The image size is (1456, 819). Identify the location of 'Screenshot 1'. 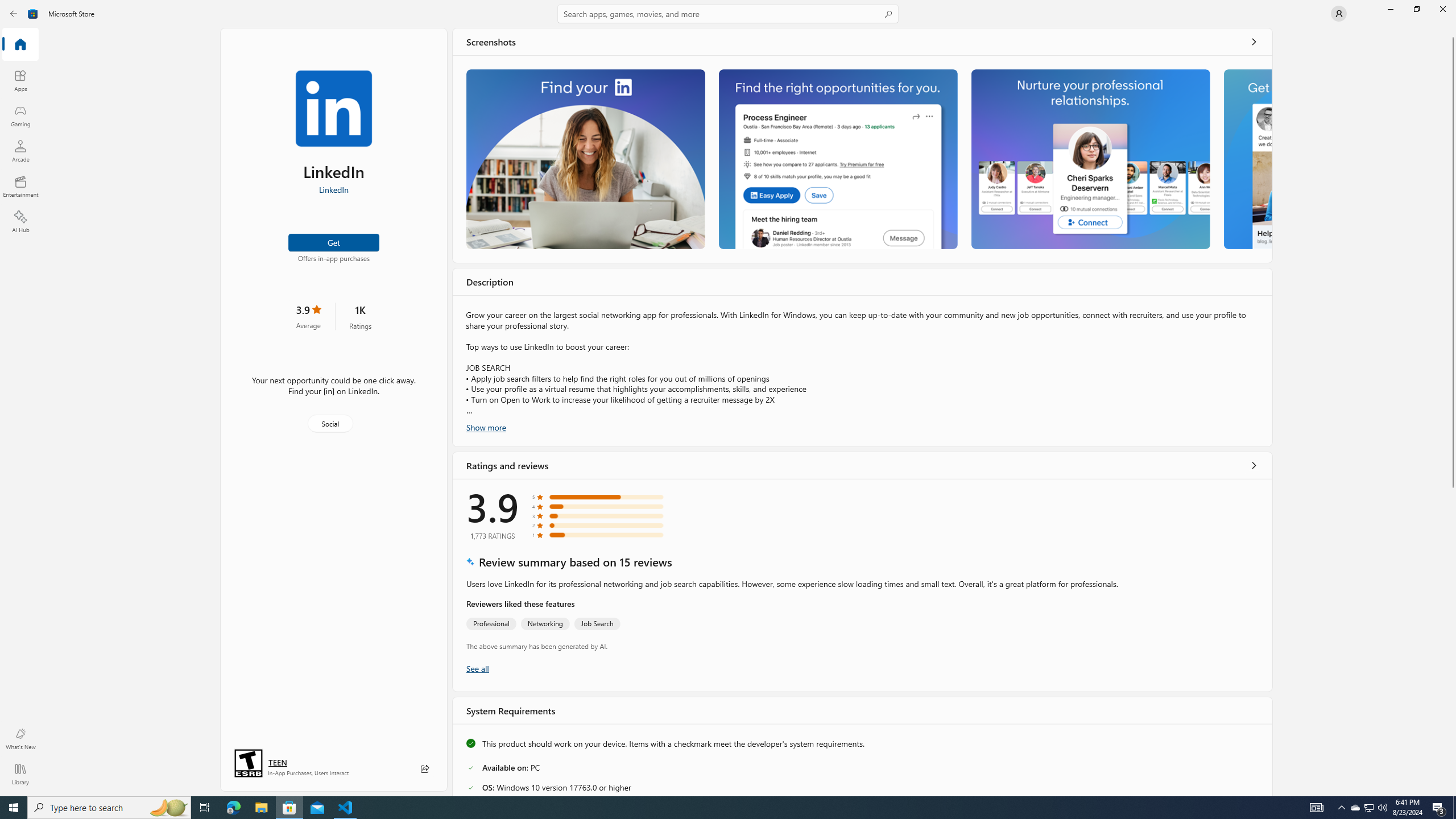
(585, 159).